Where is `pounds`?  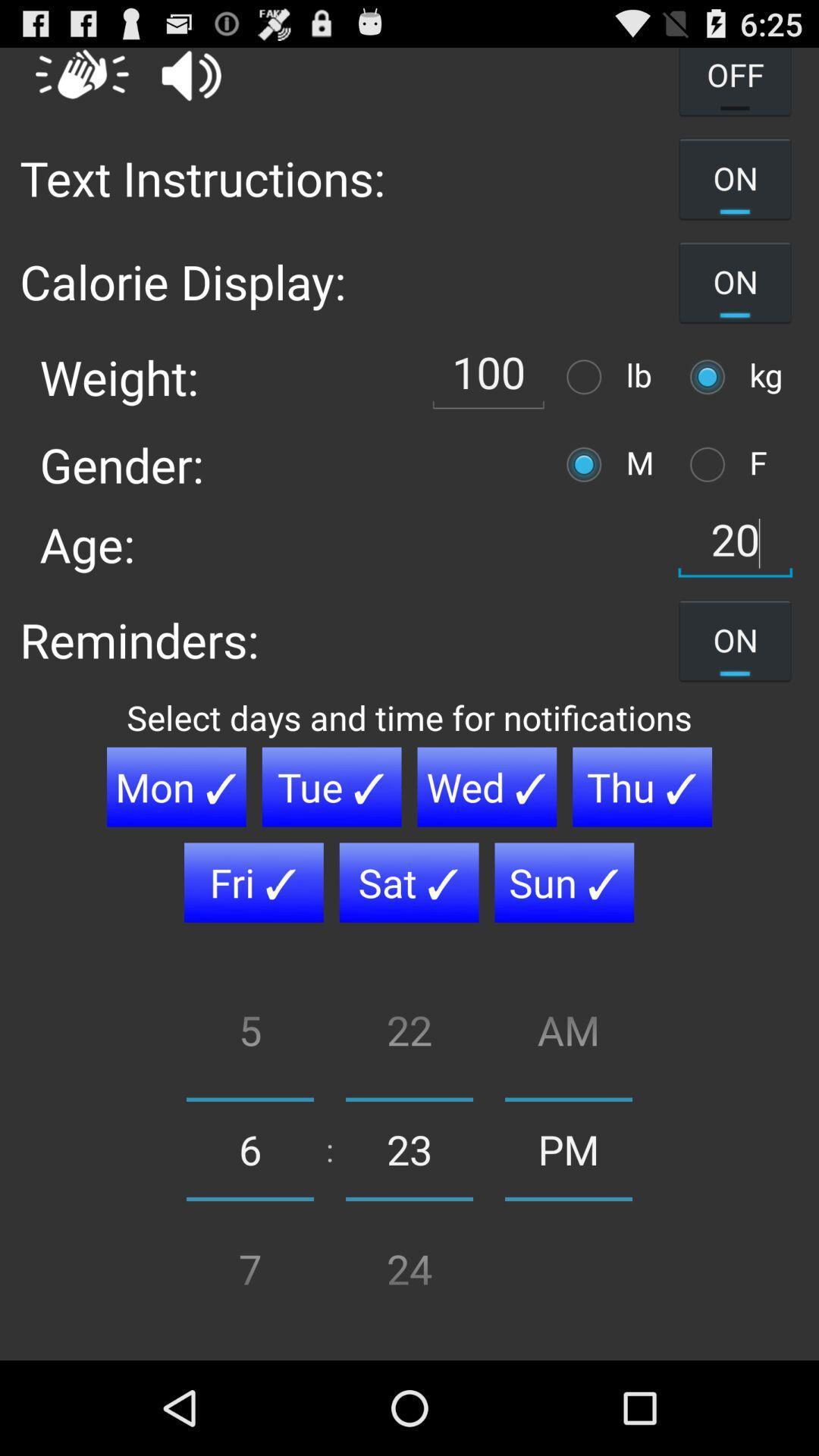 pounds is located at coordinates (587, 377).